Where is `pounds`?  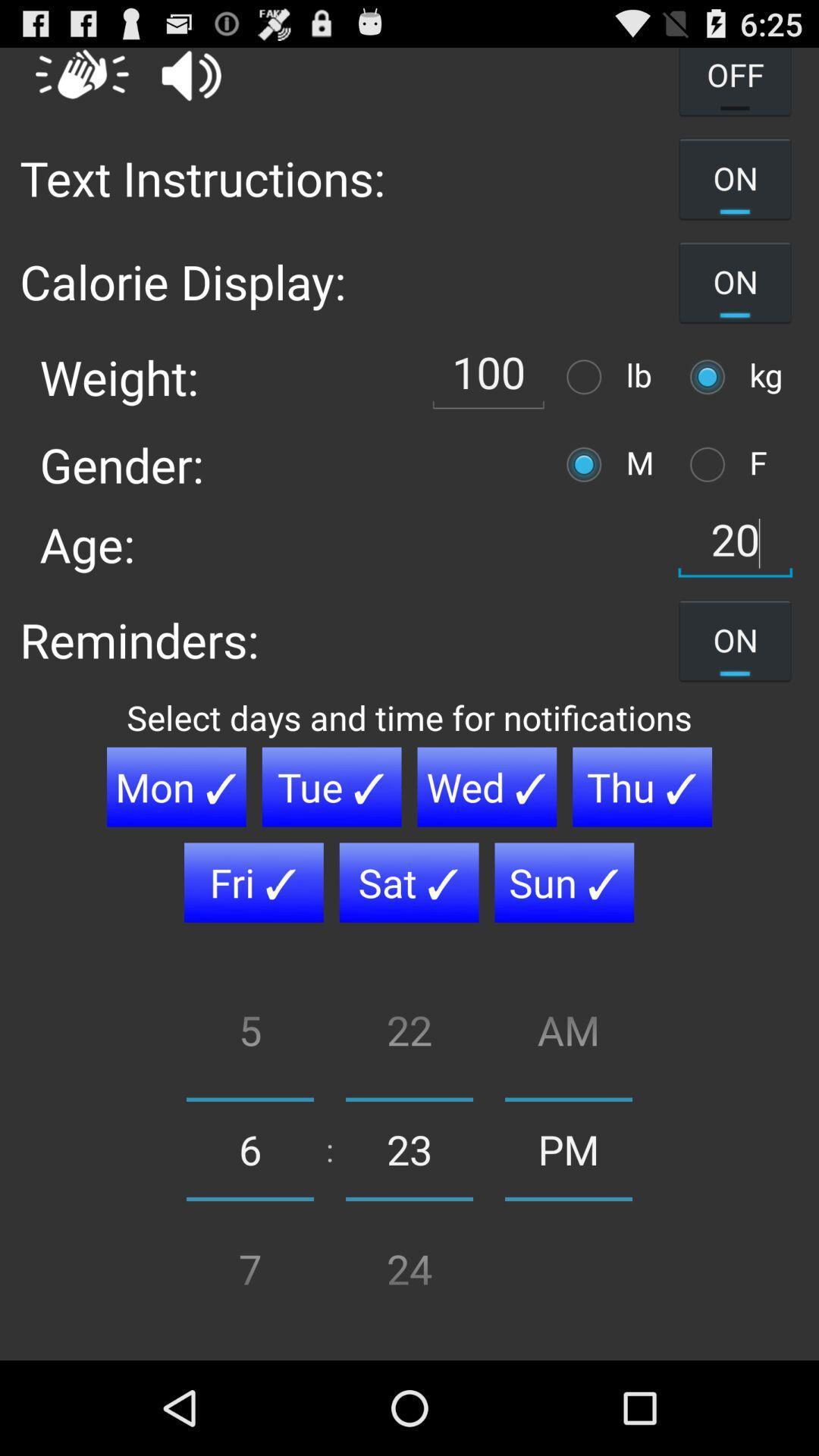 pounds is located at coordinates (587, 377).